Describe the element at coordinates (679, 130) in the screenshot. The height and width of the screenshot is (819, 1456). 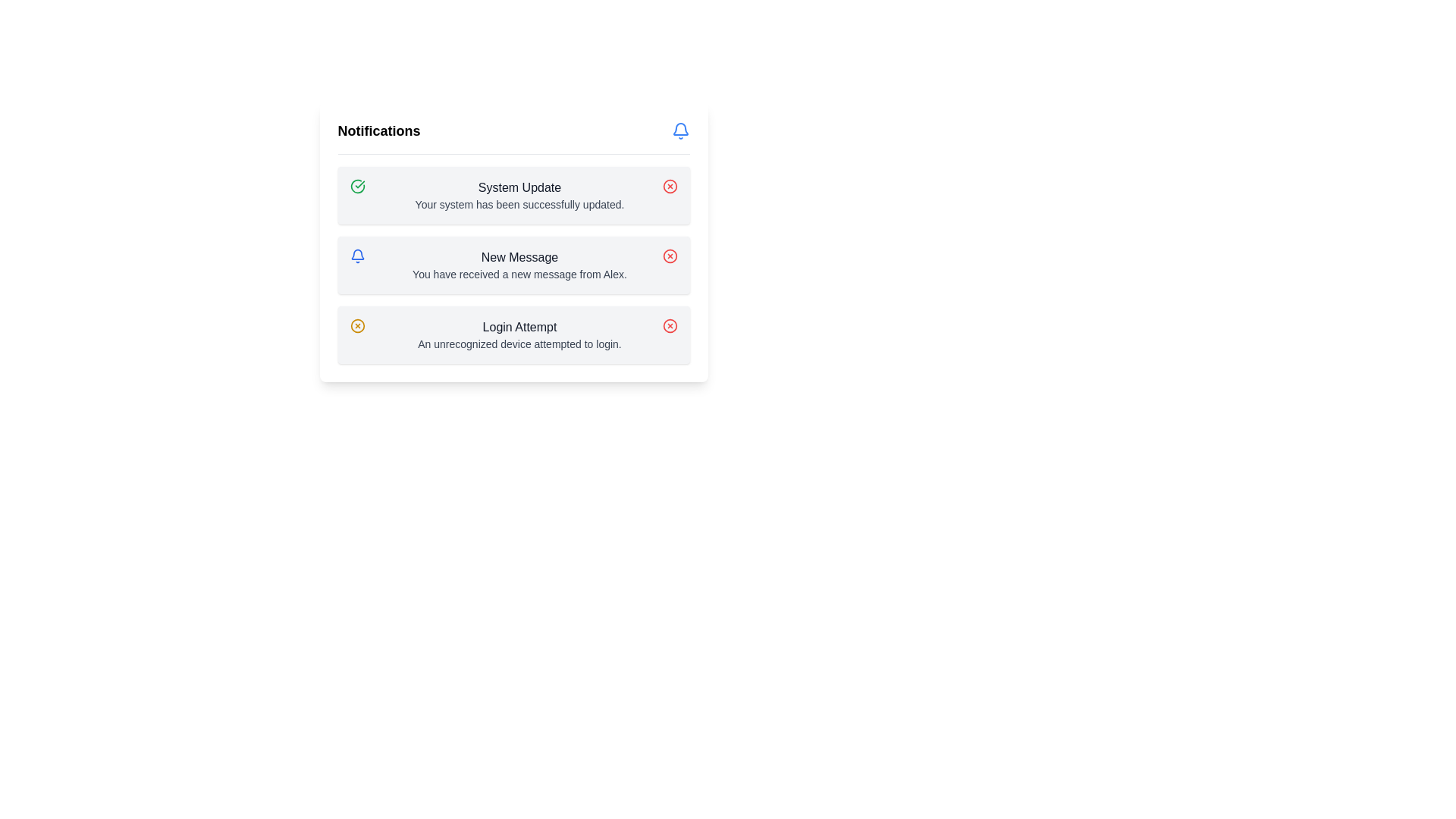
I see `the blue bell-shaped icon in the upper-right corner of the Notifications section, which is visually prominent and styled with a modern minimalist design` at that location.